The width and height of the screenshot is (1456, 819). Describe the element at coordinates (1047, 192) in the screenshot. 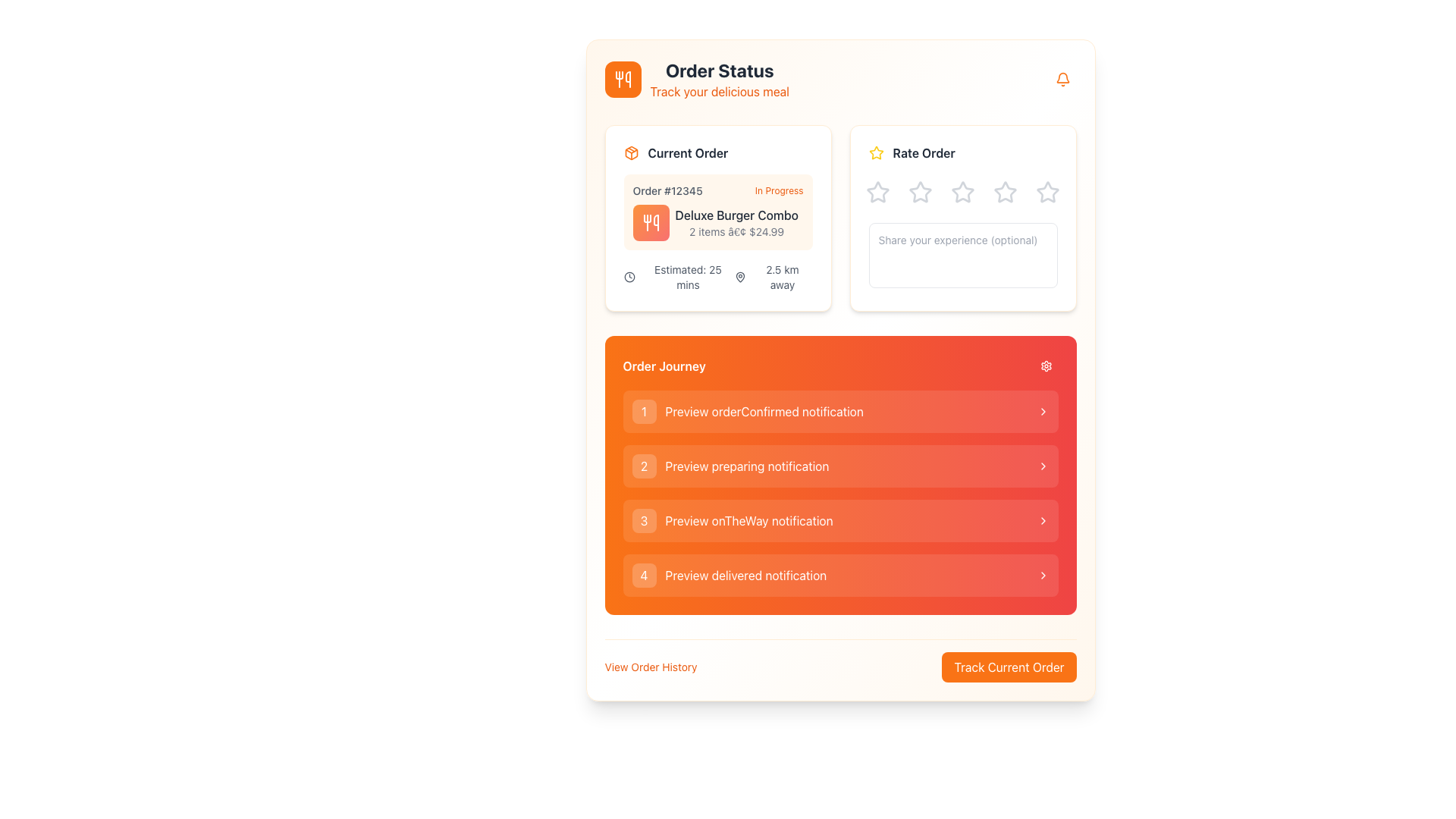

I see `the fifth star-shaped icon in the 'Rate Order' section to set the rating to five stars` at that location.